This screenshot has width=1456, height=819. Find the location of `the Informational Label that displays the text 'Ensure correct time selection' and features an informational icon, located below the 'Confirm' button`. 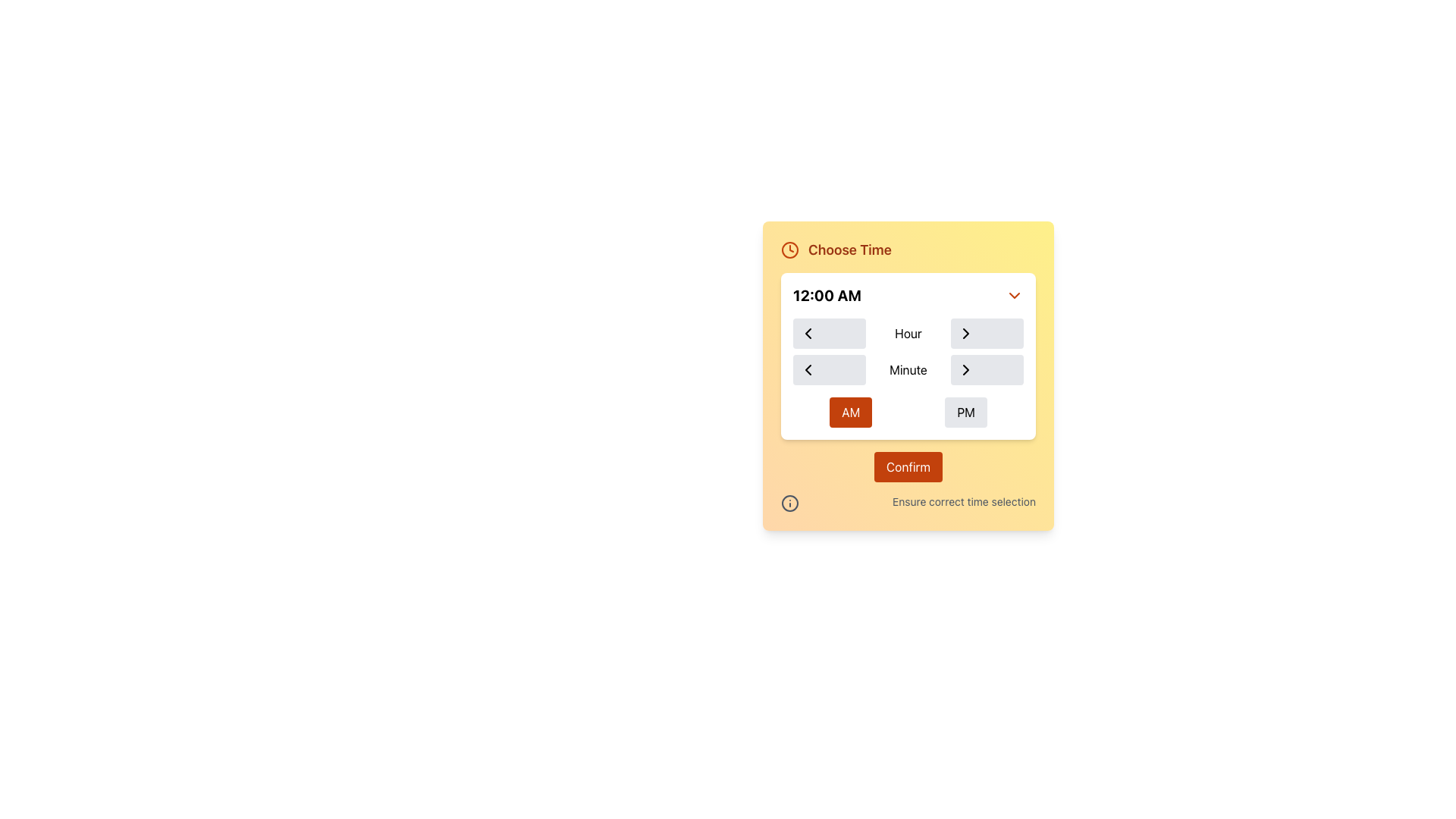

the Informational Label that displays the text 'Ensure correct time selection' and features an informational icon, located below the 'Confirm' button is located at coordinates (908, 503).